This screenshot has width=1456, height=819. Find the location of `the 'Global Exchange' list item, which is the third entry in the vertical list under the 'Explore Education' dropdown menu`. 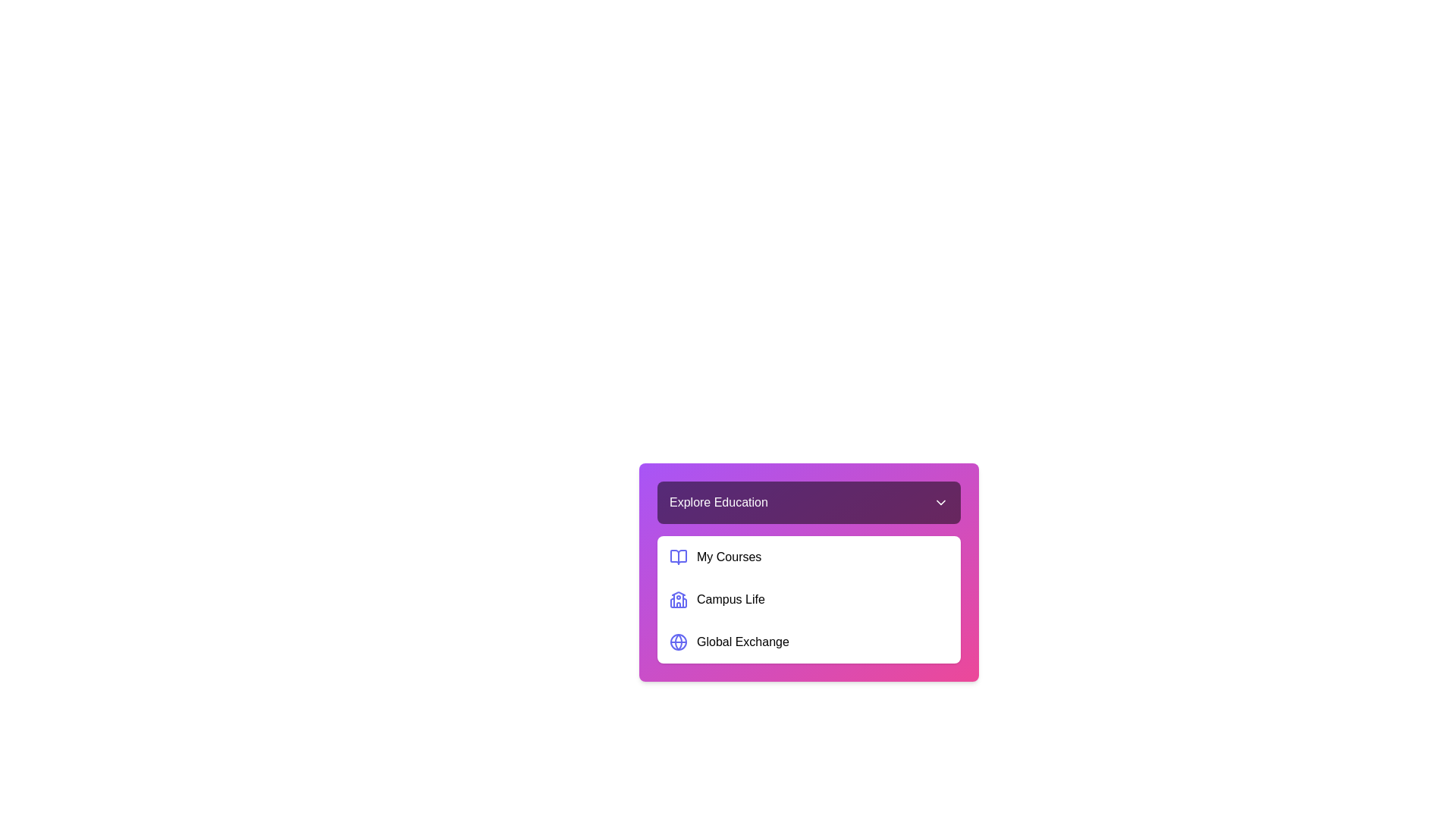

the 'Global Exchange' list item, which is the third entry in the vertical list under the 'Explore Education' dropdown menu is located at coordinates (808, 642).